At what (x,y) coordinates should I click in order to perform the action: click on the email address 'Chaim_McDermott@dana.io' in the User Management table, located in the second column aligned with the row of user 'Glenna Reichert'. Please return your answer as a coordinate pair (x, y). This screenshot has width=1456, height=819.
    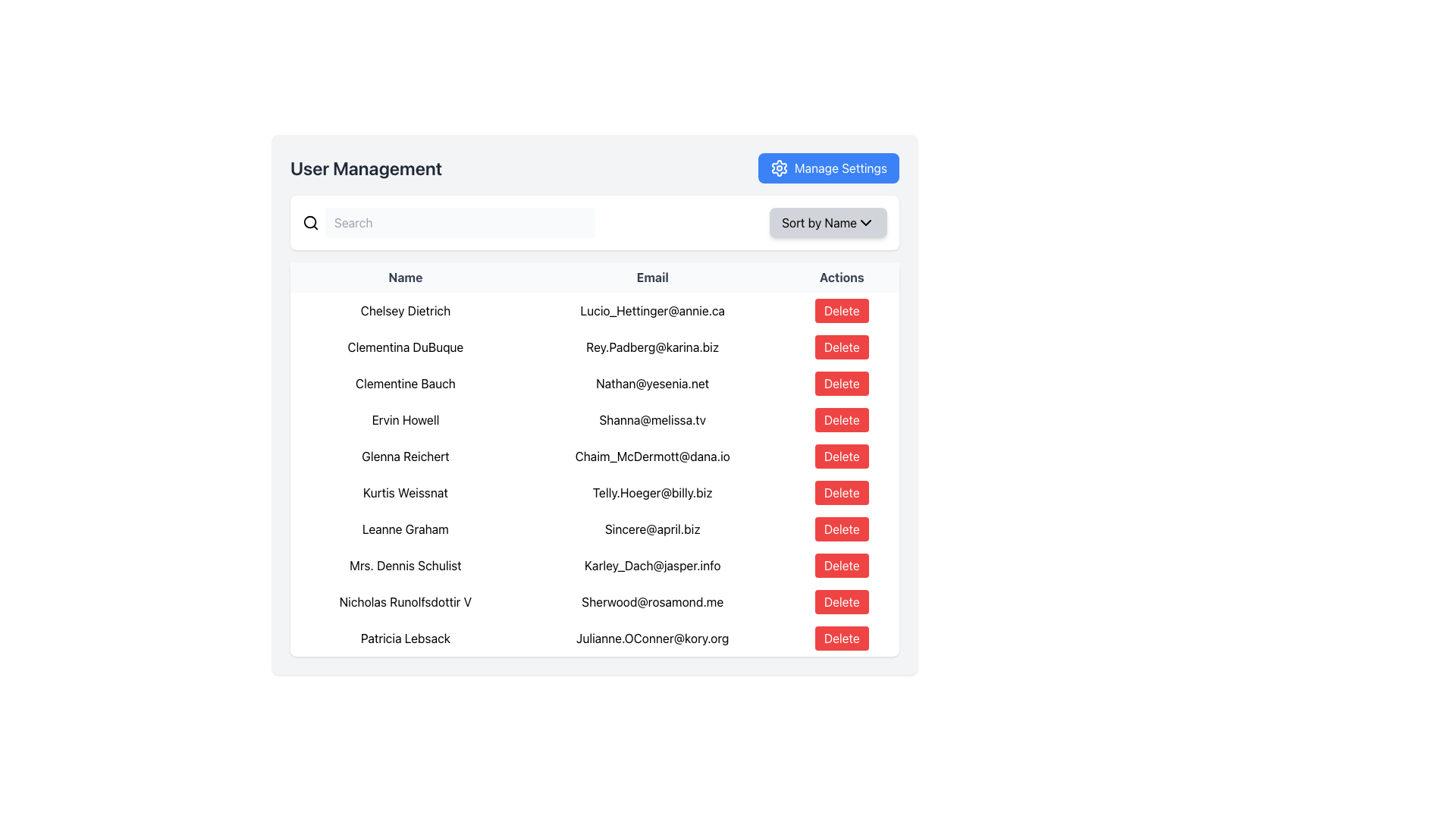
    Looking at the image, I should click on (652, 455).